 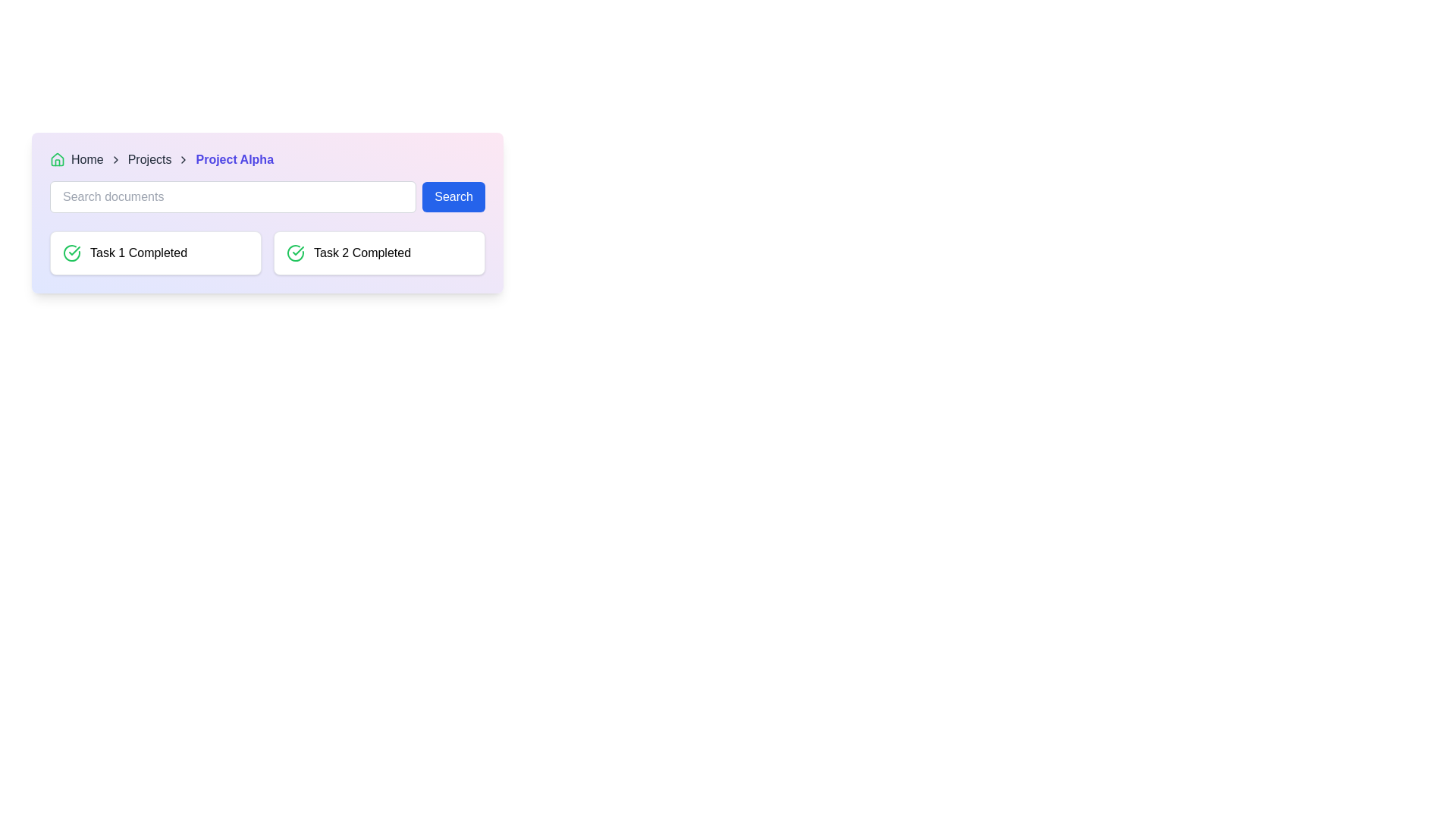 I want to click on the search input field located in the top-middle section of the interface to focus on it, so click(x=232, y=196).